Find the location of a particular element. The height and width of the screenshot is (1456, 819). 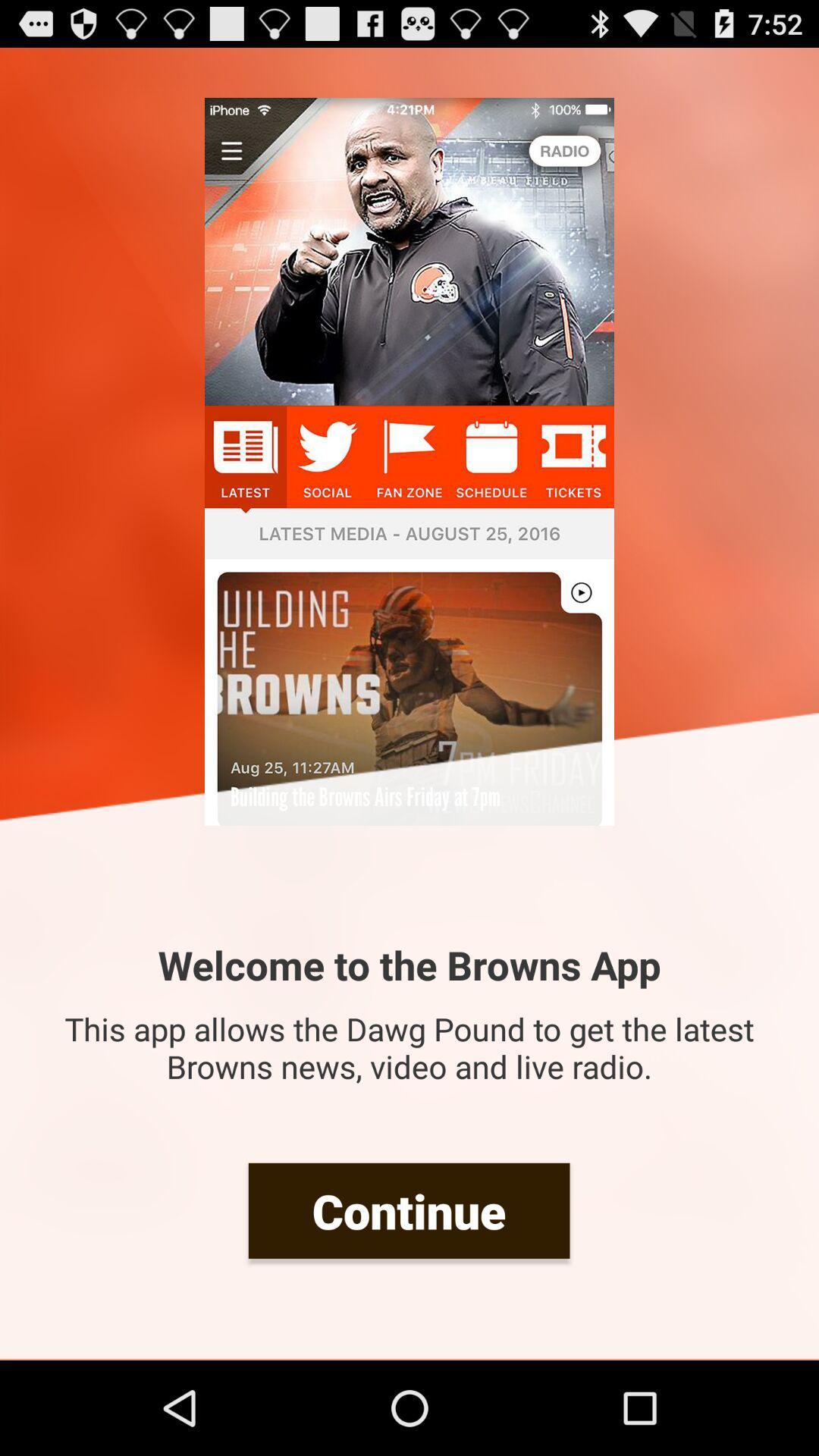

continue item is located at coordinates (408, 1210).